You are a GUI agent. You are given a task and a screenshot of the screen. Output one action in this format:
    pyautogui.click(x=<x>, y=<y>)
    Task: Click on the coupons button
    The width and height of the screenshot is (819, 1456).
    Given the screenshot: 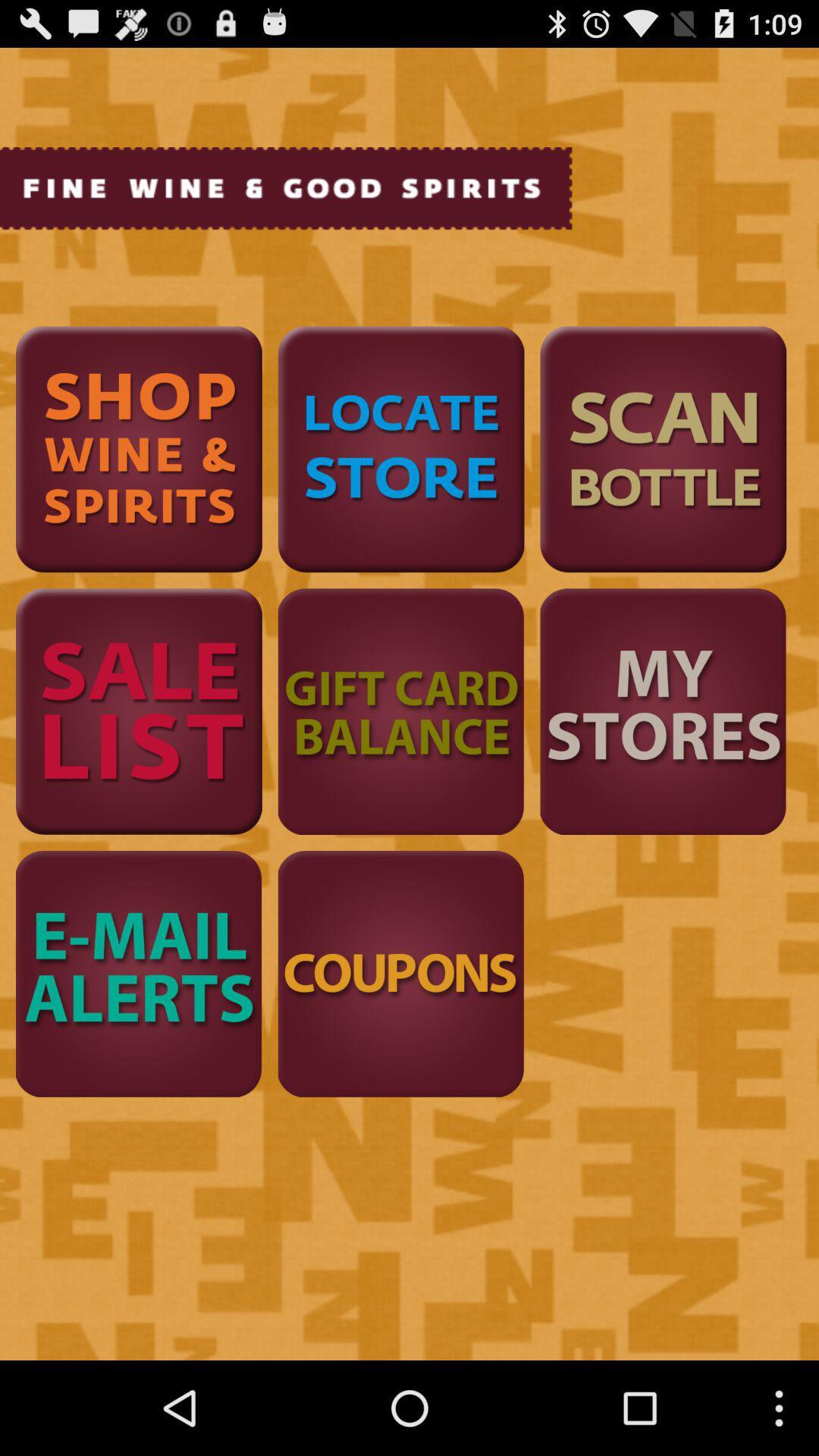 What is the action you would take?
    pyautogui.click(x=400, y=974)
    